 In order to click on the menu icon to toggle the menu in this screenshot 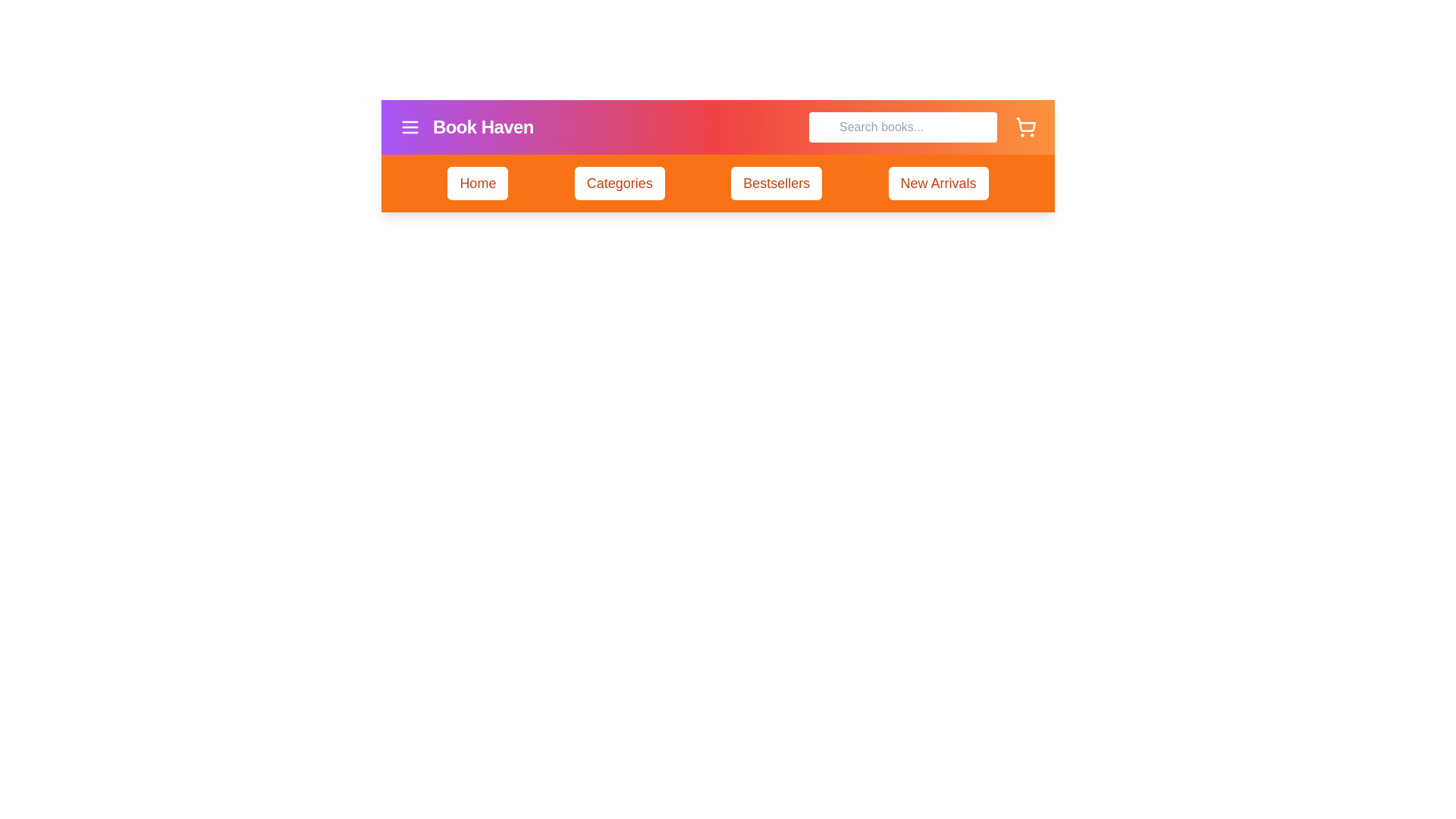, I will do `click(410, 127)`.